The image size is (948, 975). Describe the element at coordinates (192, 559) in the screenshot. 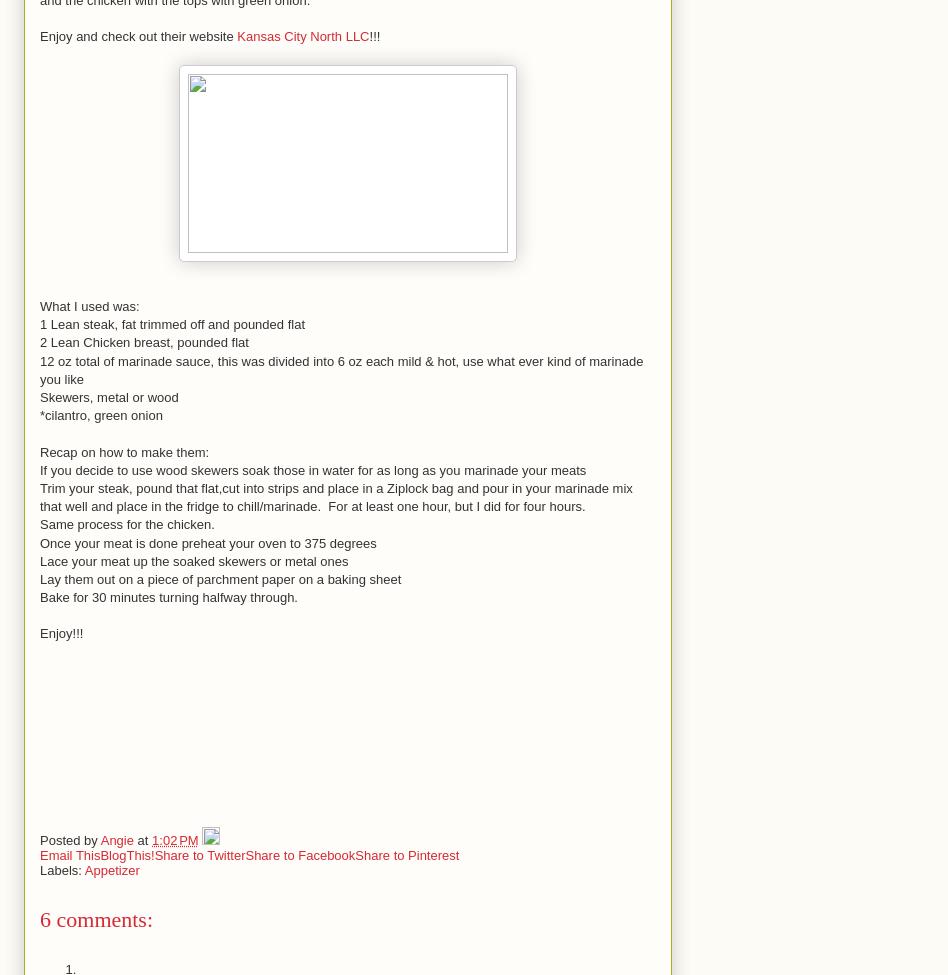

I see `'Lace your meat up the soaked skewers or metal ones'` at that location.